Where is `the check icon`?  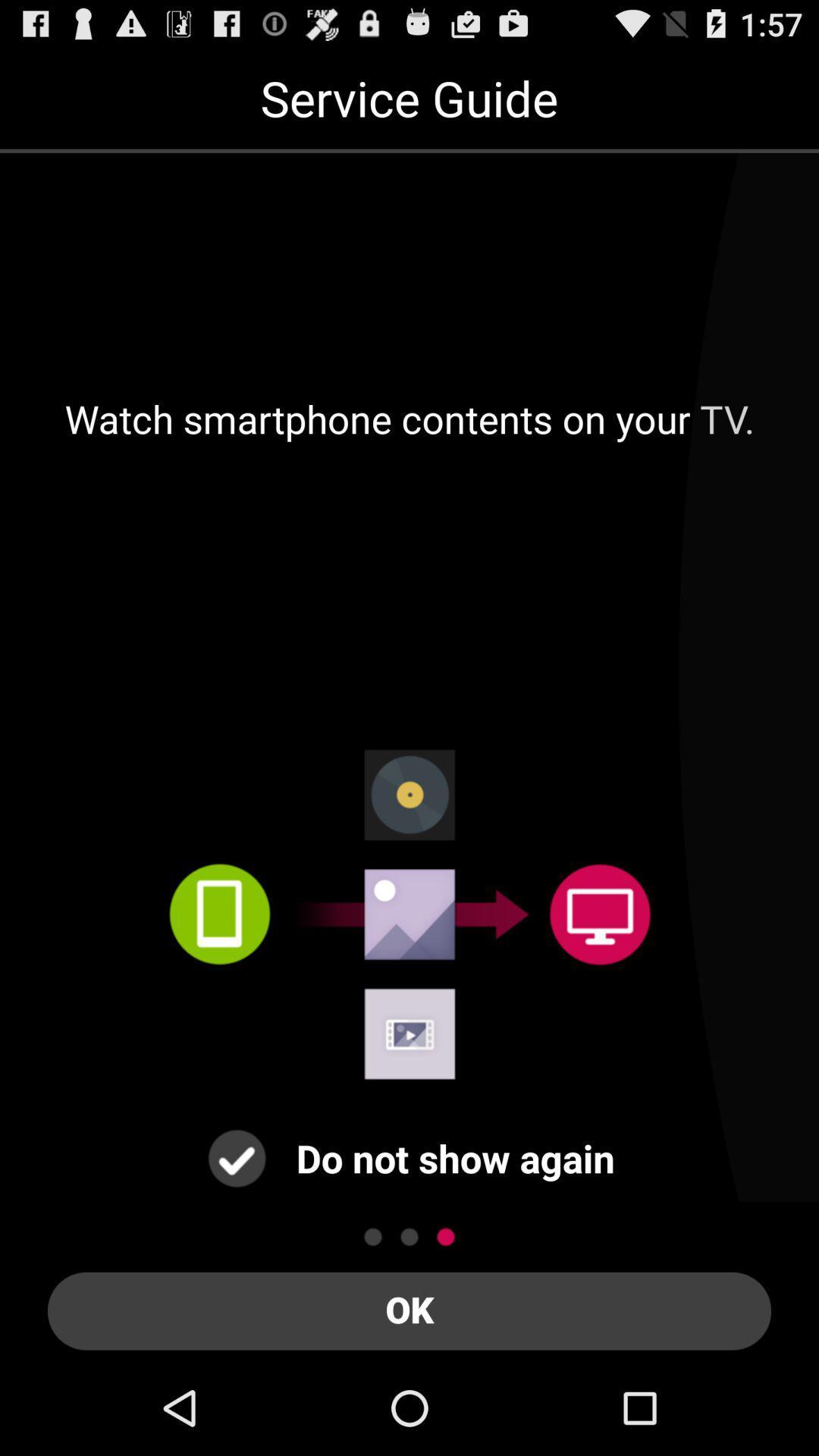 the check icon is located at coordinates (237, 1240).